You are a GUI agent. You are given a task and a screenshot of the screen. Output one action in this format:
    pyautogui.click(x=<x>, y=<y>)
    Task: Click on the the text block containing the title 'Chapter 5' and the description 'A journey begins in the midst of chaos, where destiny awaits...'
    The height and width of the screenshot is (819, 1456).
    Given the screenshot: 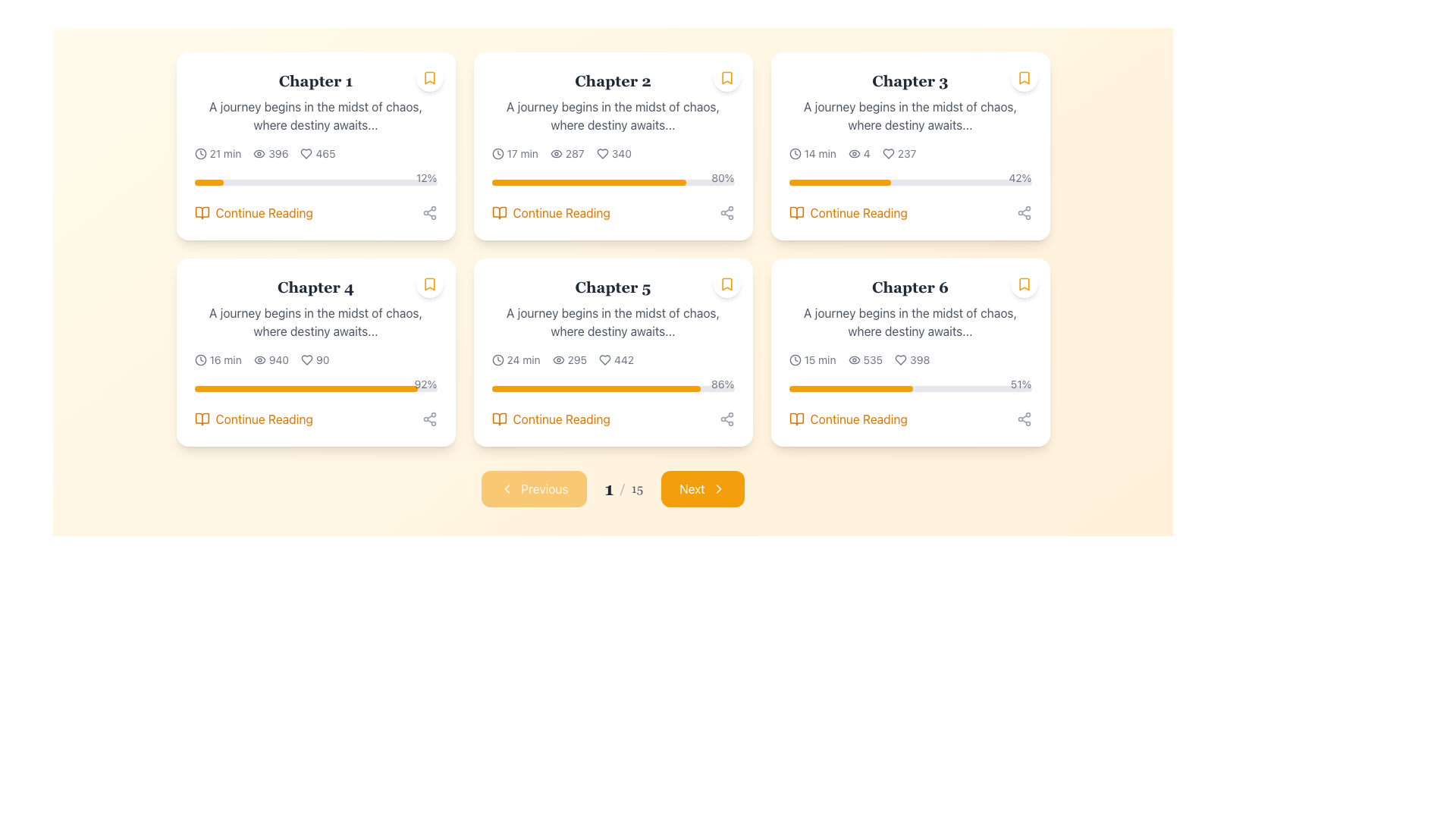 What is the action you would take?
    pyautogui.click(x=613, y=308)
    